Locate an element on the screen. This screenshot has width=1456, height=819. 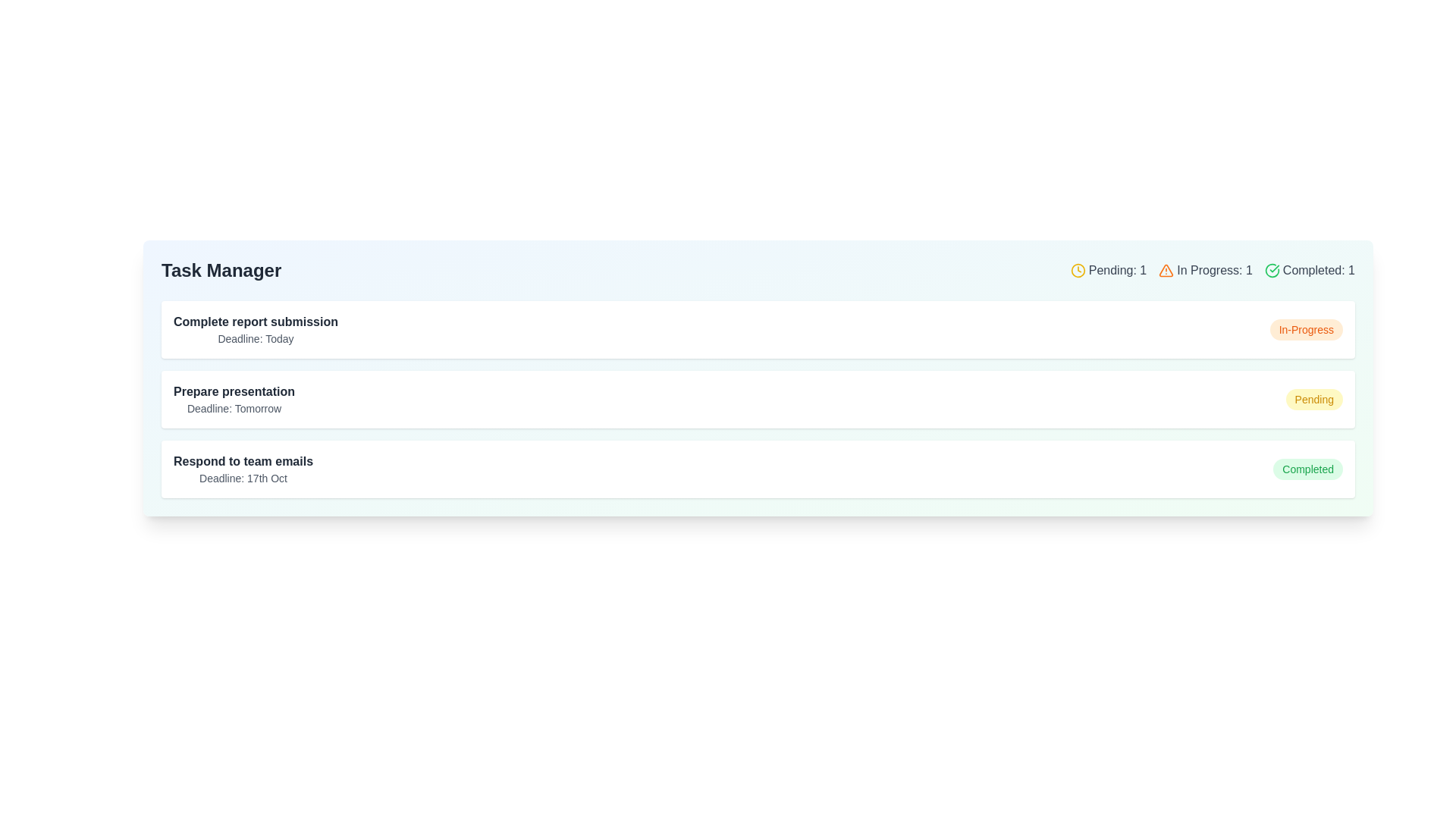
the informational text label indicating that there is one task currently in progress, located in the top-right area of the interface adjacent to status indicators is located at coordinates (1215, 270).